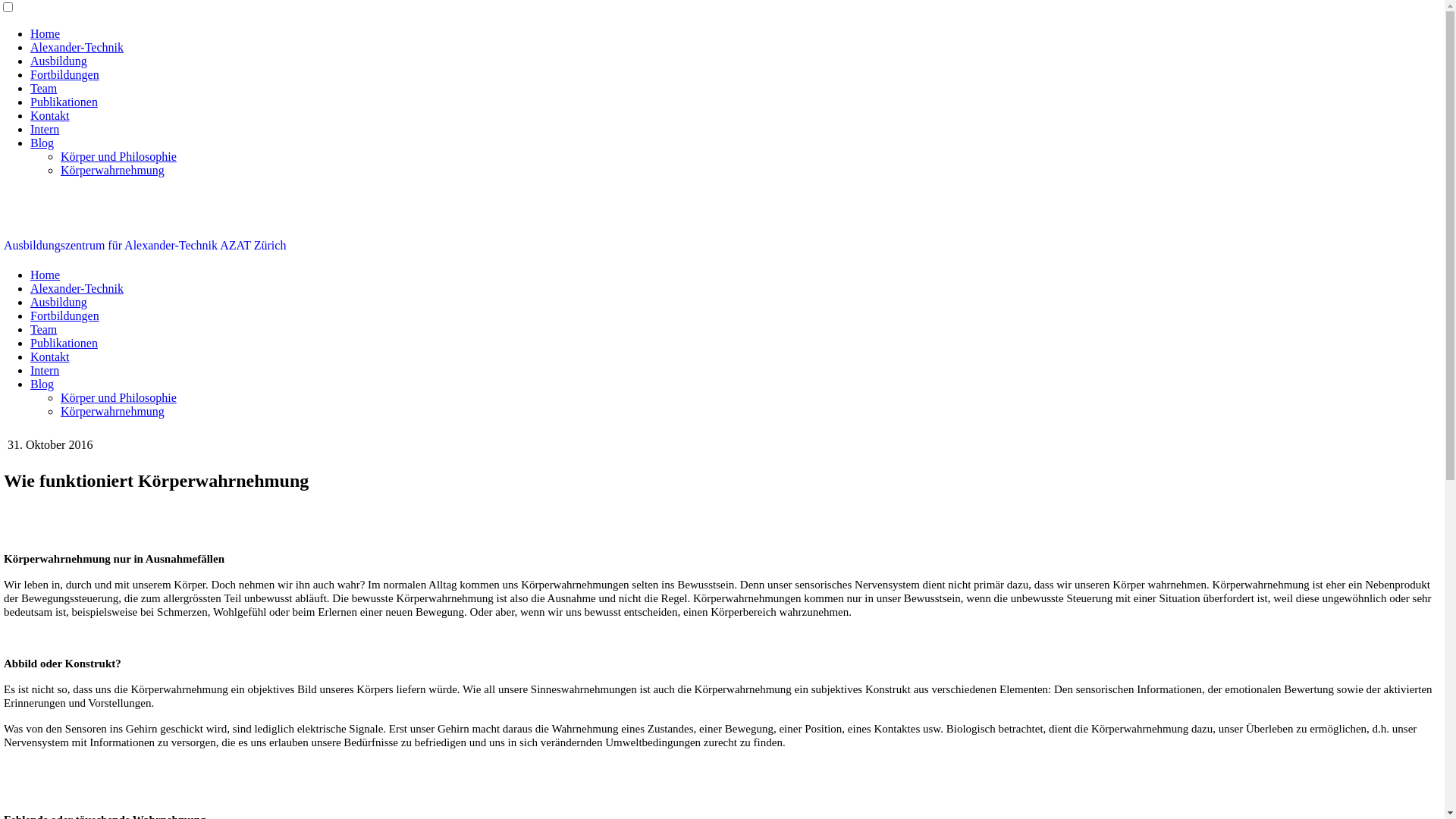 The width and height of the screenshot is (1456, 819). I want to click on 'Alexander-Technik', so click(76, 46).